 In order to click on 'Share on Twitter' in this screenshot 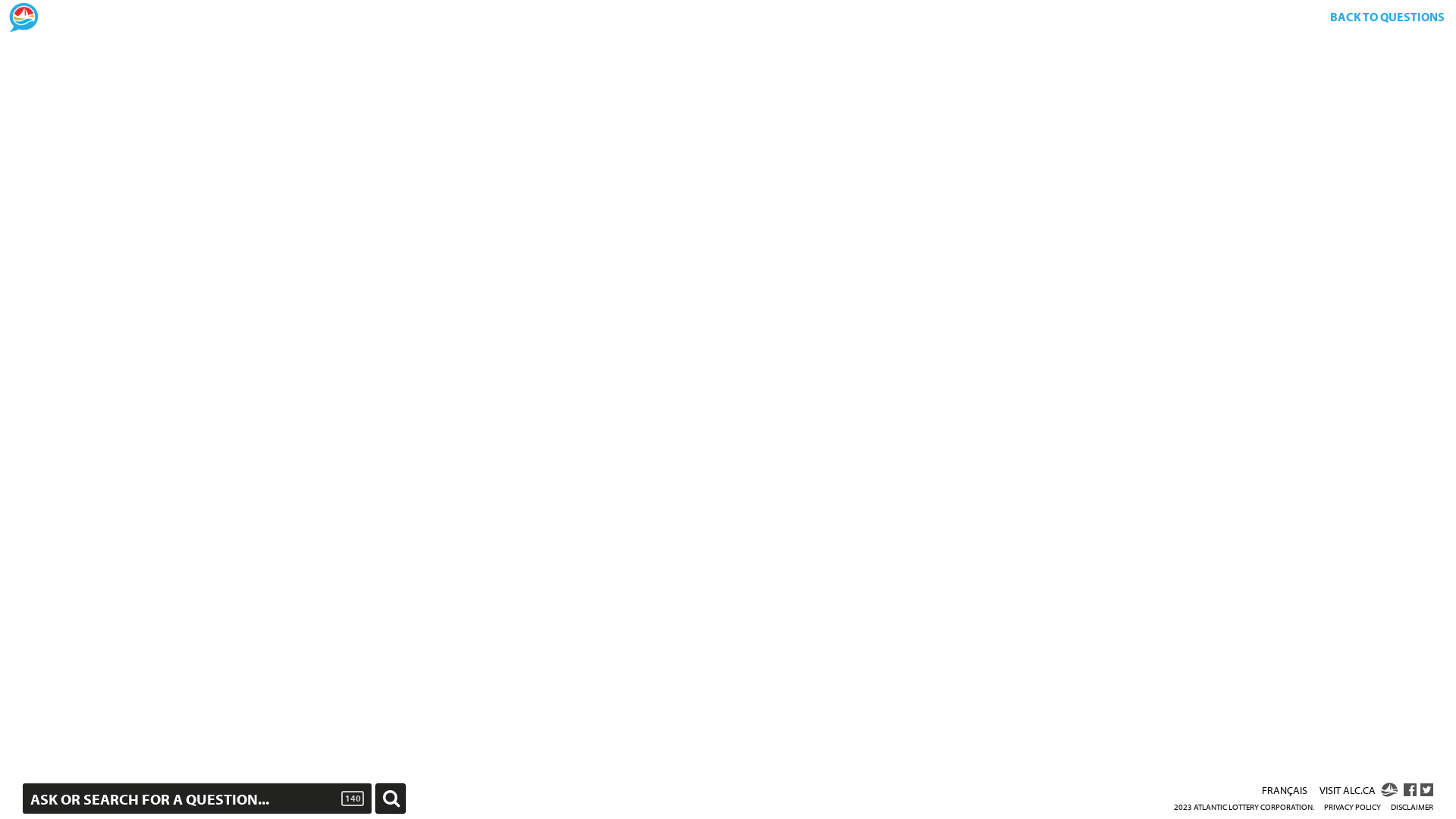, I will do `click(1426, 789)`.